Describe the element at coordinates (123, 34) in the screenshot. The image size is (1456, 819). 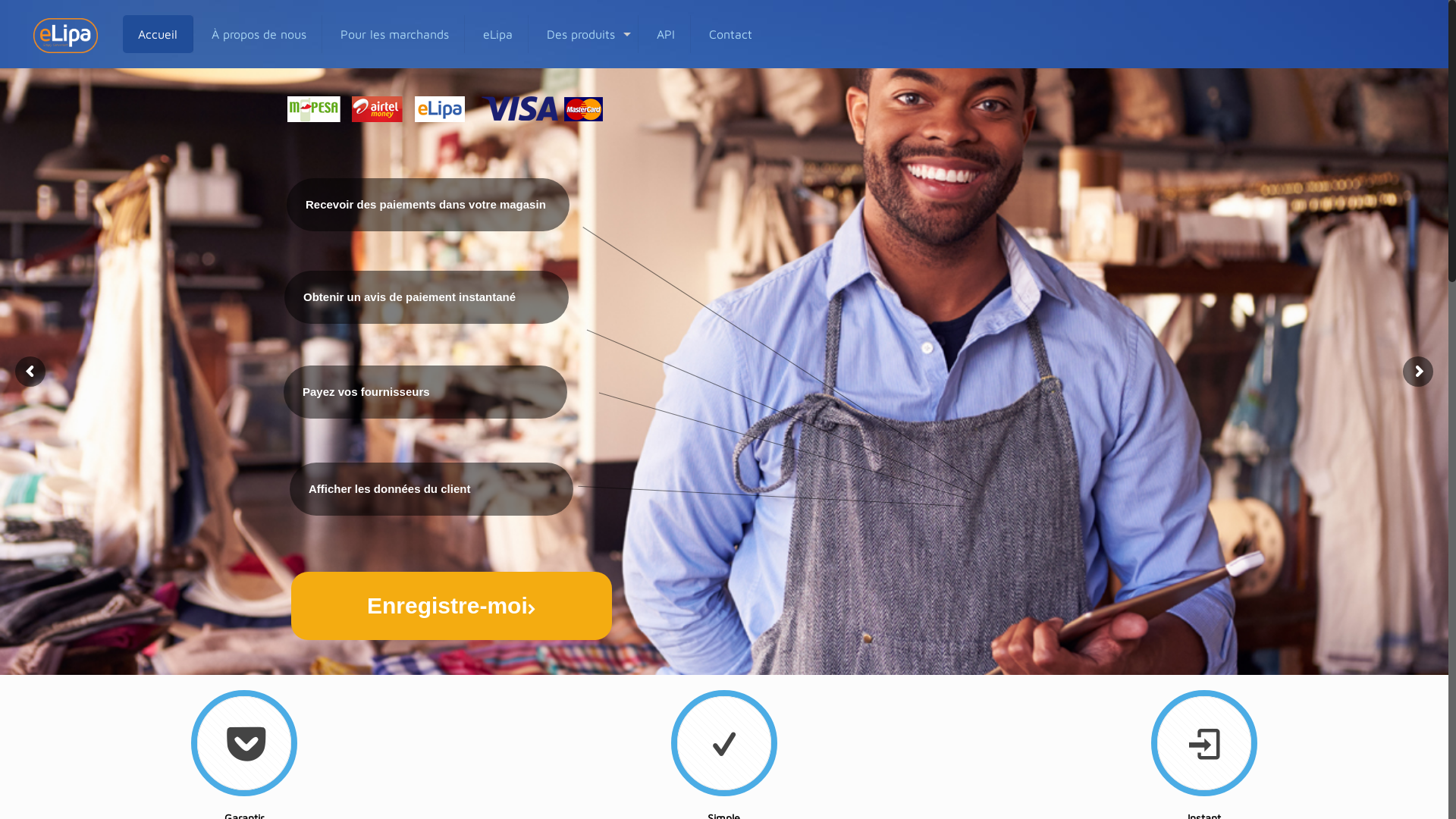
I see `'Accueil'` at that location.